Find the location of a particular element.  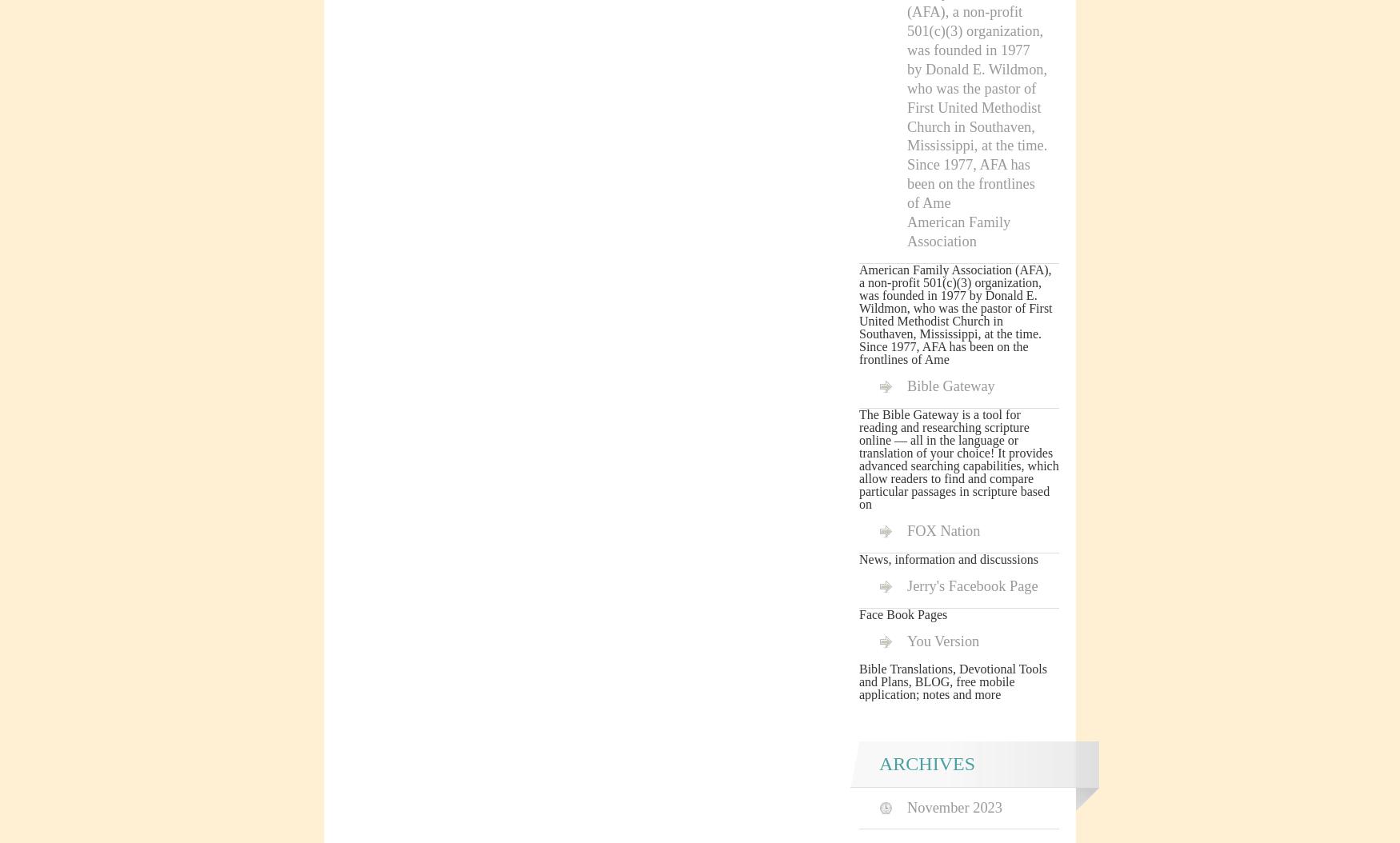

'News, information and discussions' is located at coordinates (858, 557).